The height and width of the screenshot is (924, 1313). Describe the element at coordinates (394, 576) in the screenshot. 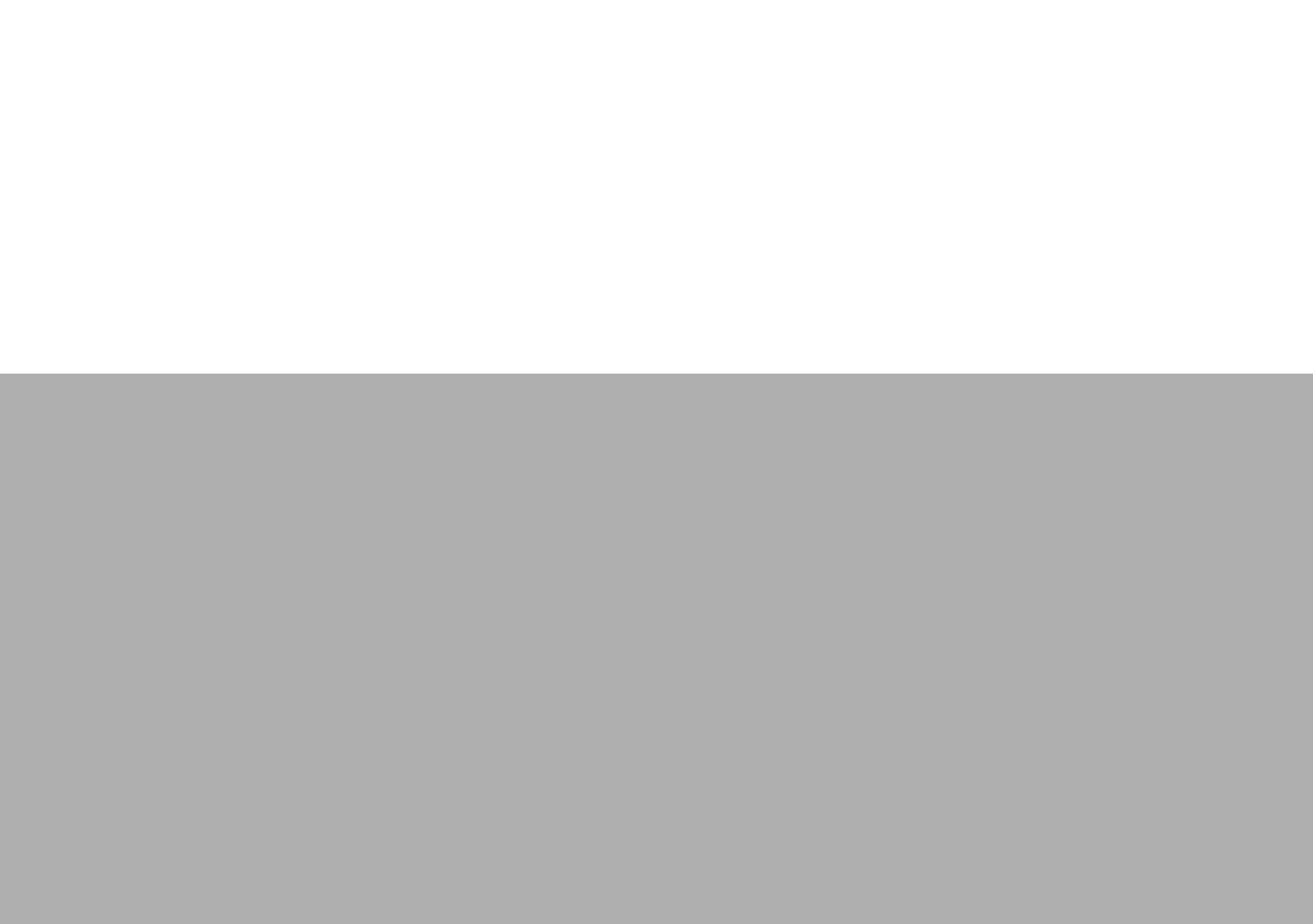

I see `'Instruments'` at that location.